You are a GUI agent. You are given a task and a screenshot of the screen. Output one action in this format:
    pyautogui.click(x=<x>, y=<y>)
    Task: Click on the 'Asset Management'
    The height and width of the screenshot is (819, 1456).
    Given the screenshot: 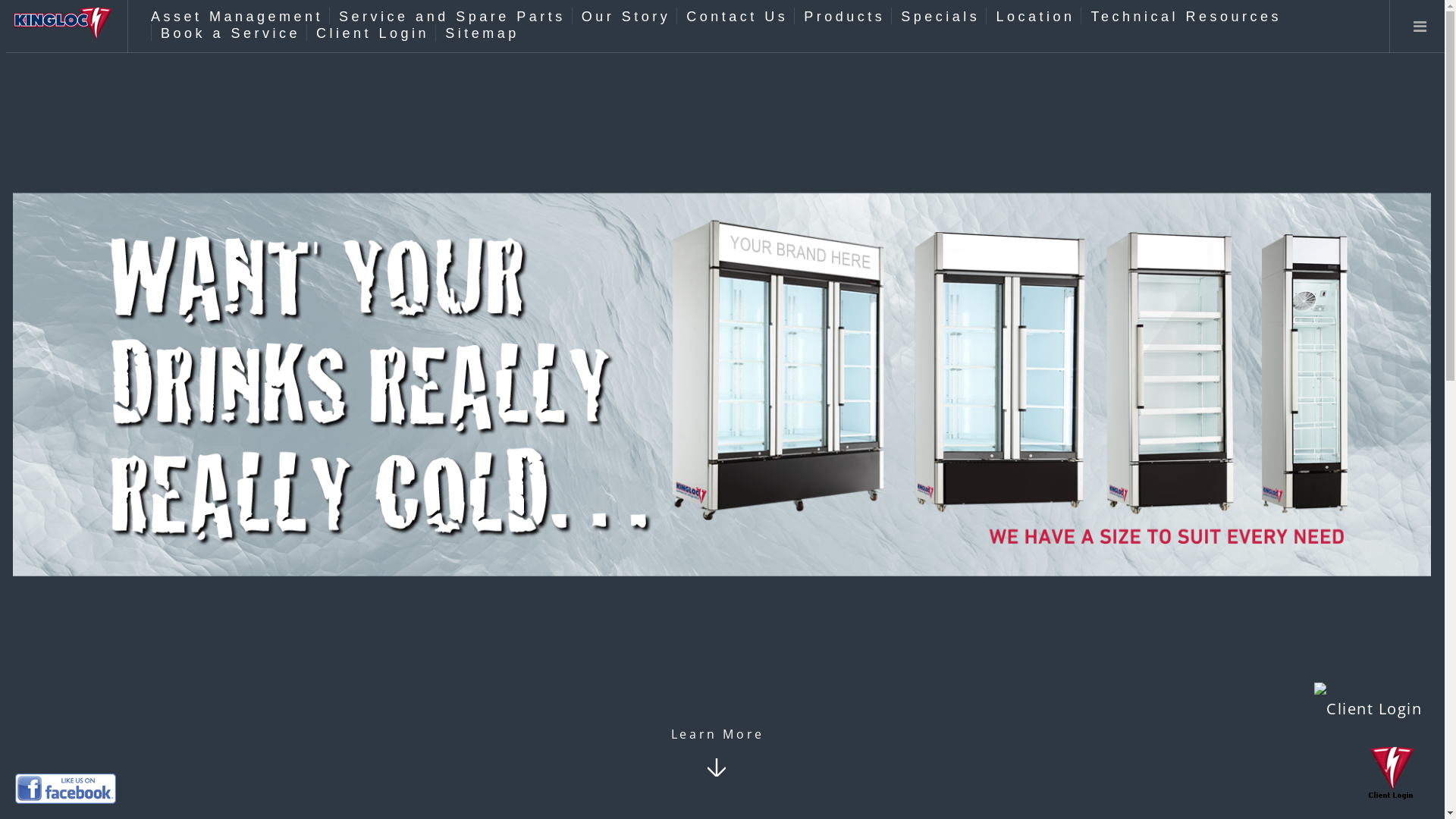 What is the action you would take?
    pyautogui.click(x=236, y=17)
    